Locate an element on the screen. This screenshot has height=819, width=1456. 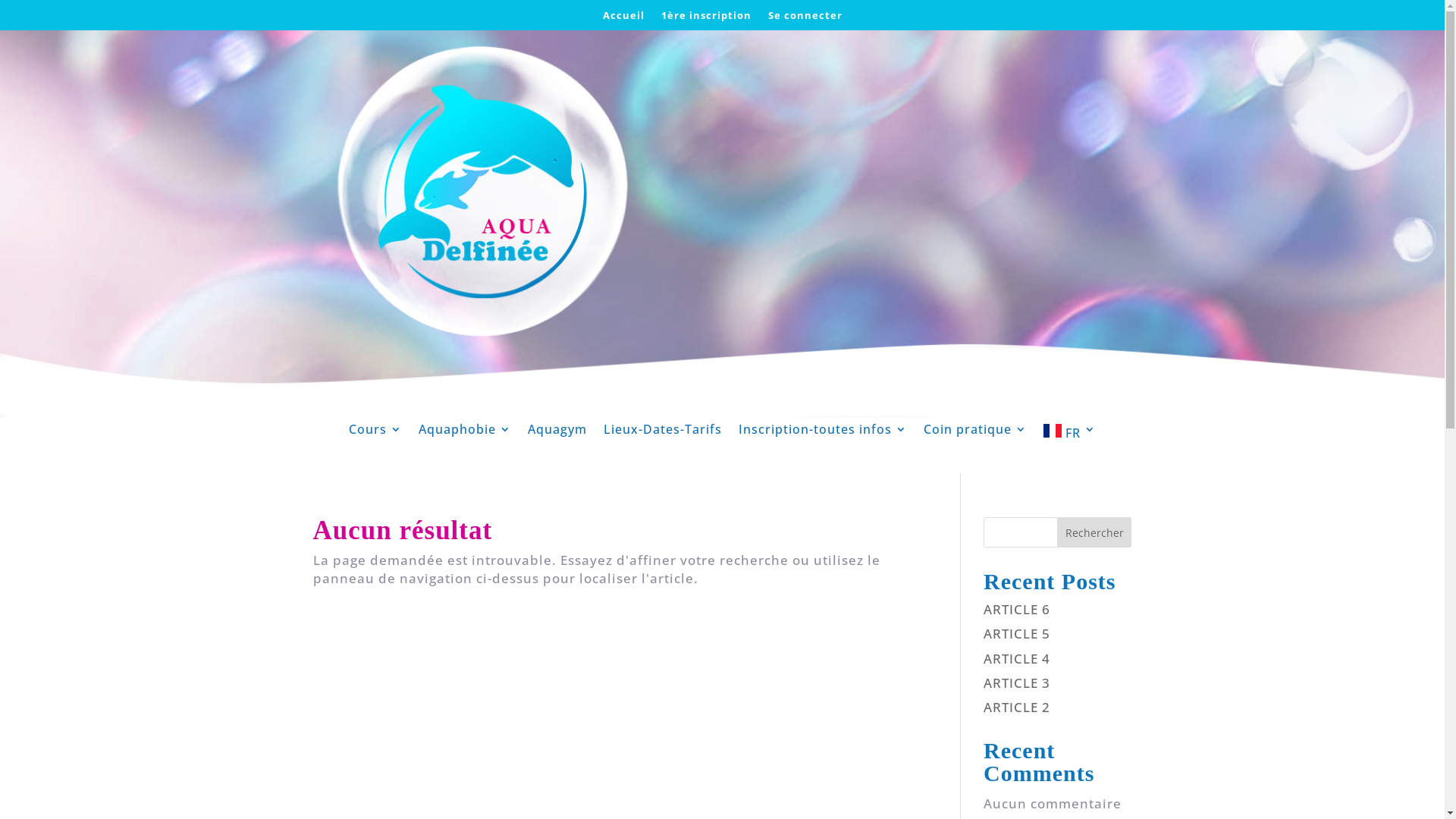
'Accueil' is located at coordinates (623, 17).